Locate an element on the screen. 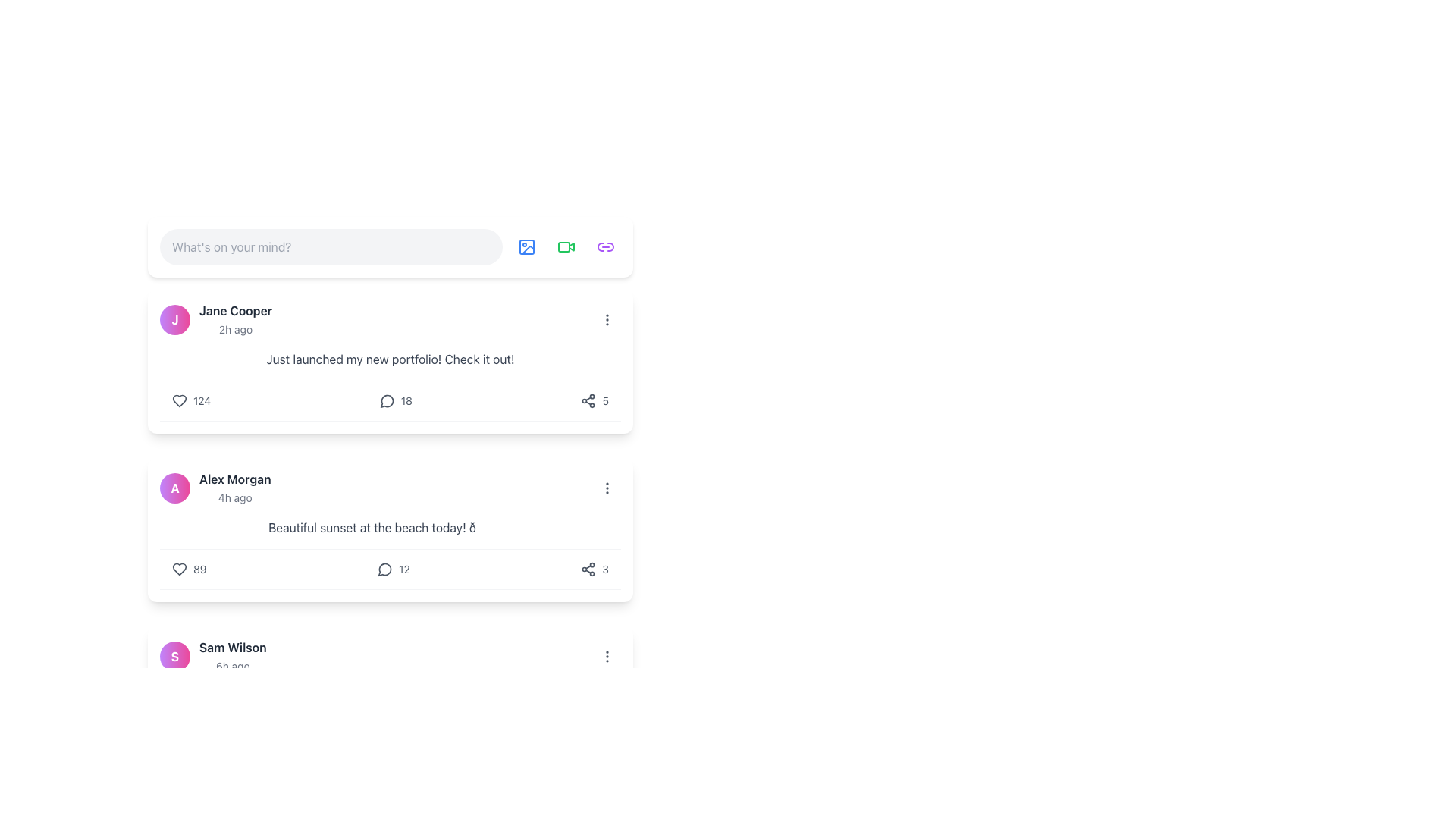  the interactive element combining a gray speech bubble icon and the text '18' is located at coordinates (396, 400).